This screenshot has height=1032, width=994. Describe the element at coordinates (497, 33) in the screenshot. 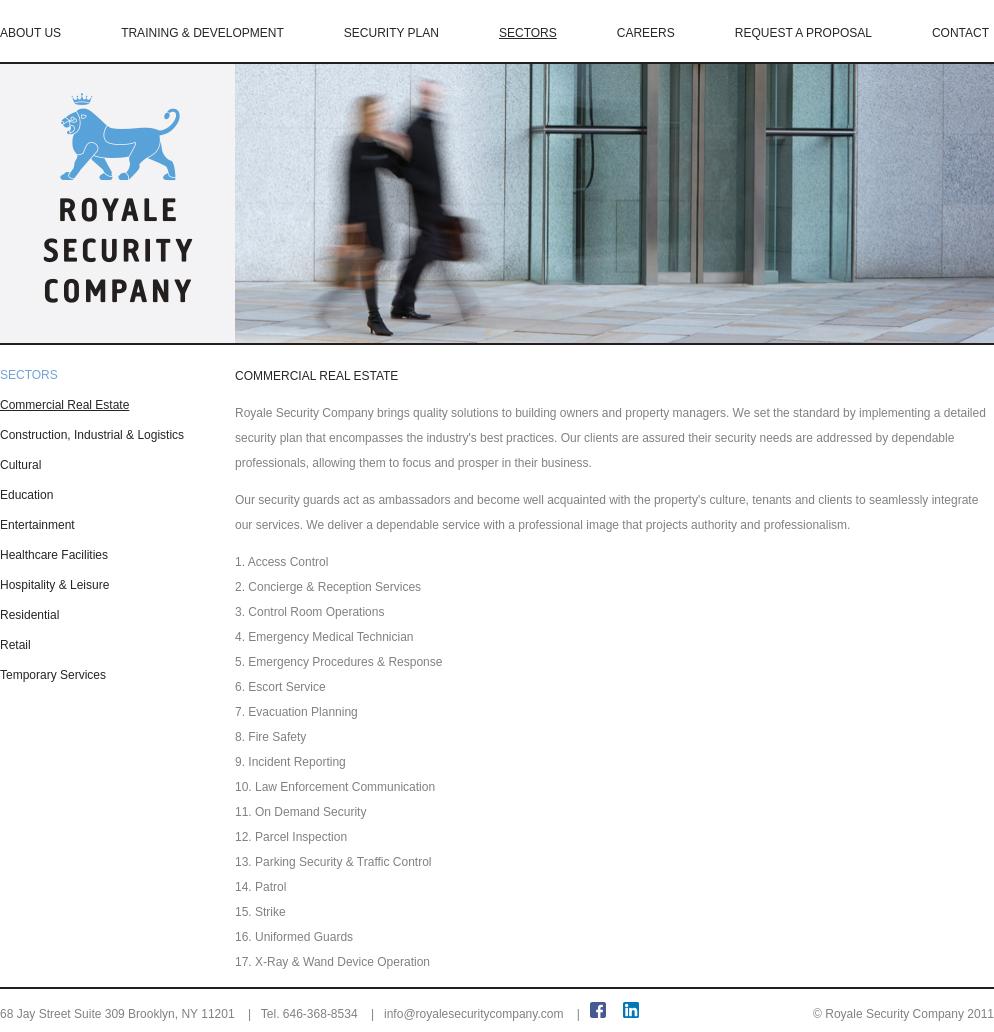

I see `'SECTORS'` at that location.